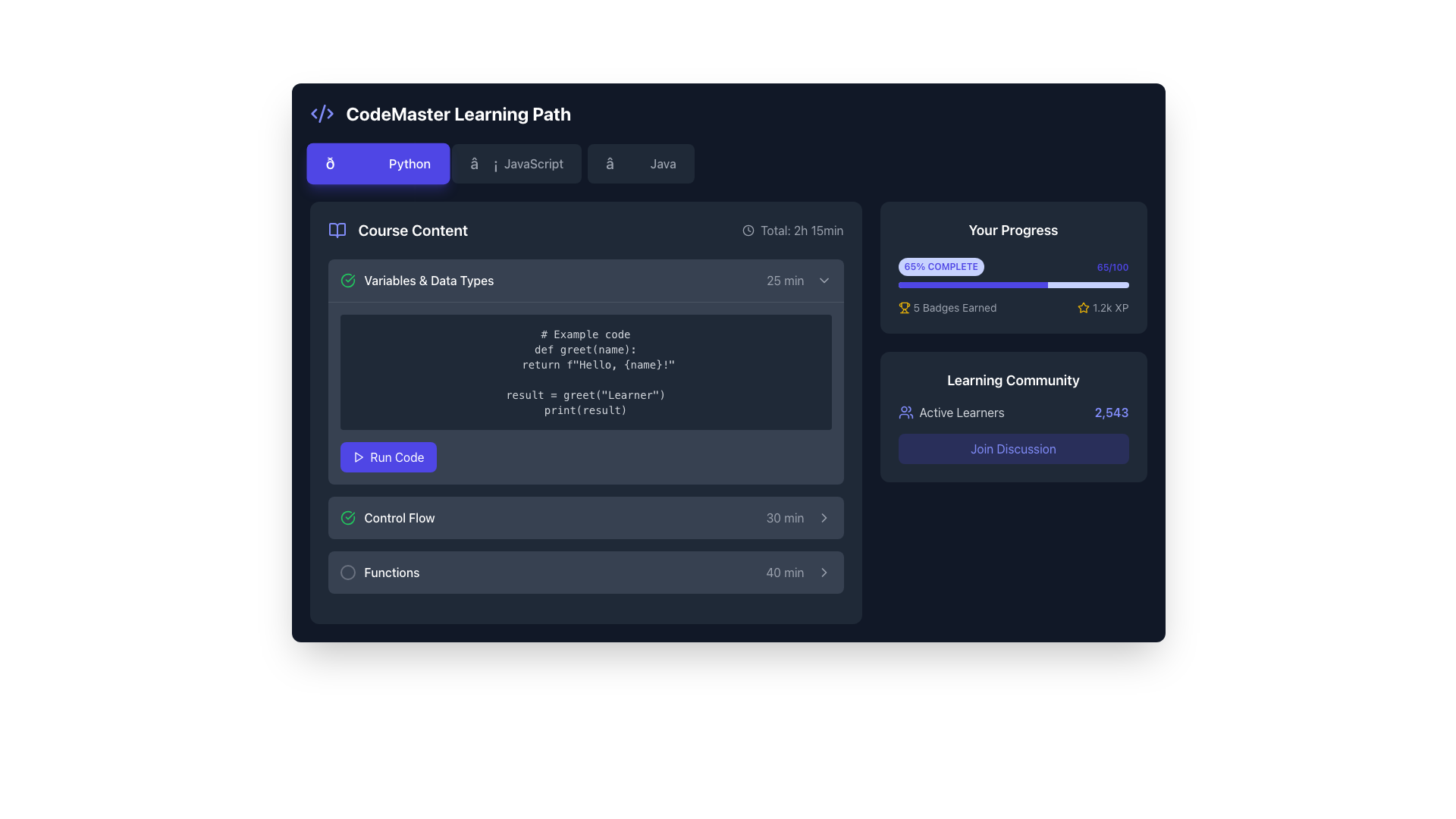  I want to click on the indigo blue 'Run Code' button with white text and a play icon, located below the 'Example code' snippet in the first collapsible section, to observe any visual changes, so click(388, 456).